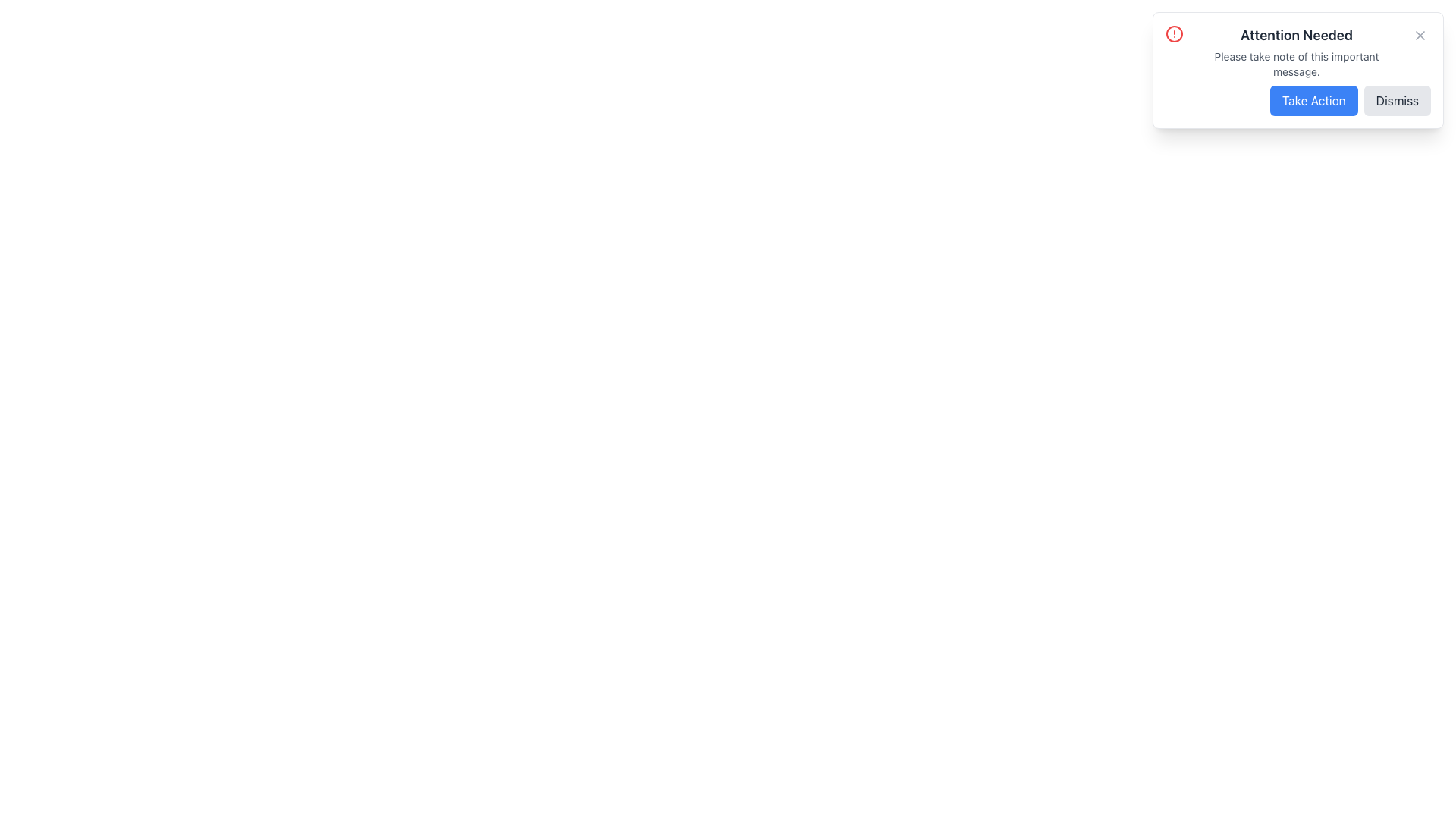 The width and height of the screenshot is (1456, 819). What do you see at coordinates (1396, 100) in the screenshot?
I see `the dismiss button located at the top-right corner of the notification box` at bounding box center [1396, 100].